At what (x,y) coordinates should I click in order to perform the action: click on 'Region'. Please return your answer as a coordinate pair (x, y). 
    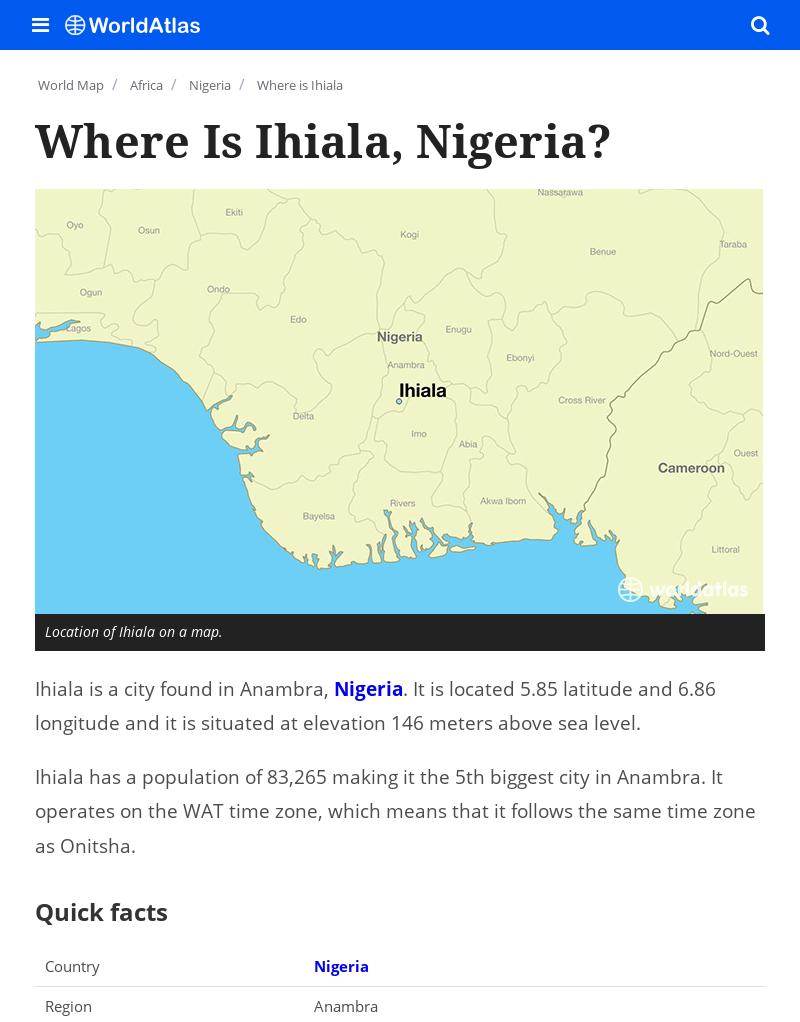
    Looking at the image, I should click on (44, 1005).